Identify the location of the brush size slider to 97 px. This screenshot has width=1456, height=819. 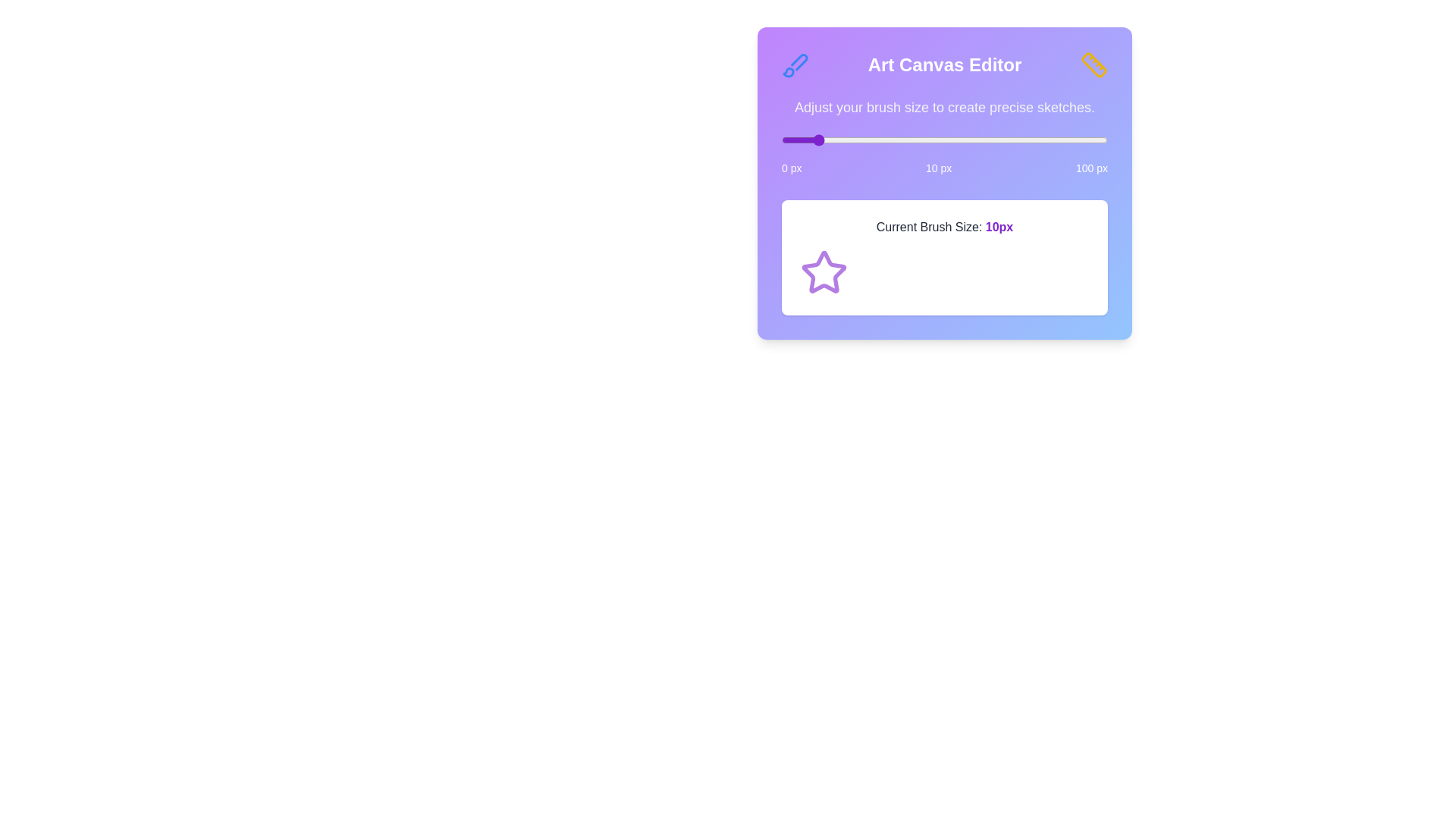
(1098, 140).